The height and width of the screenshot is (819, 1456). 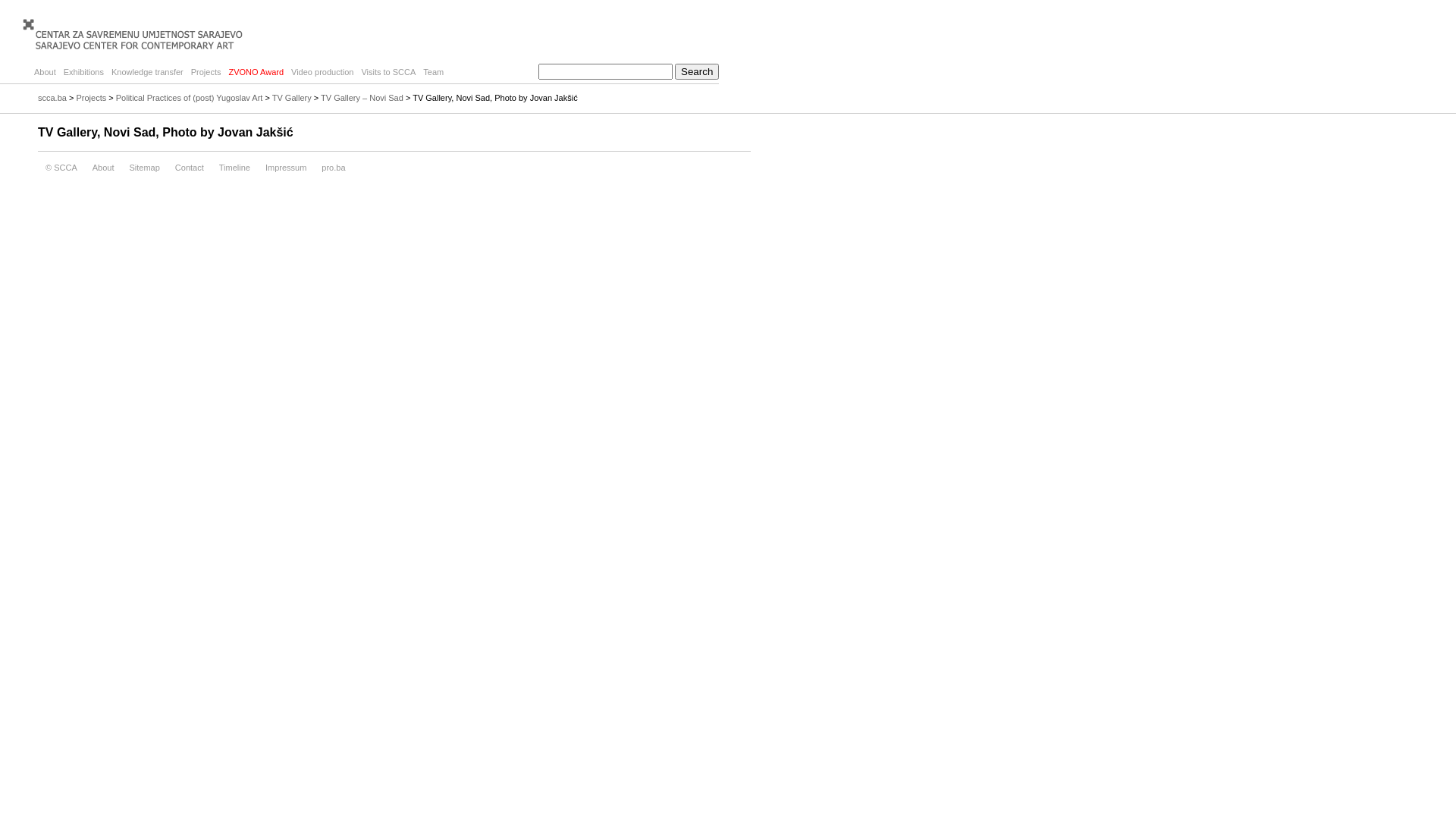 What do you see at coordinates (206, 72) in the screenshot?
I see `'Projects'` at bounding box center [206, 72].